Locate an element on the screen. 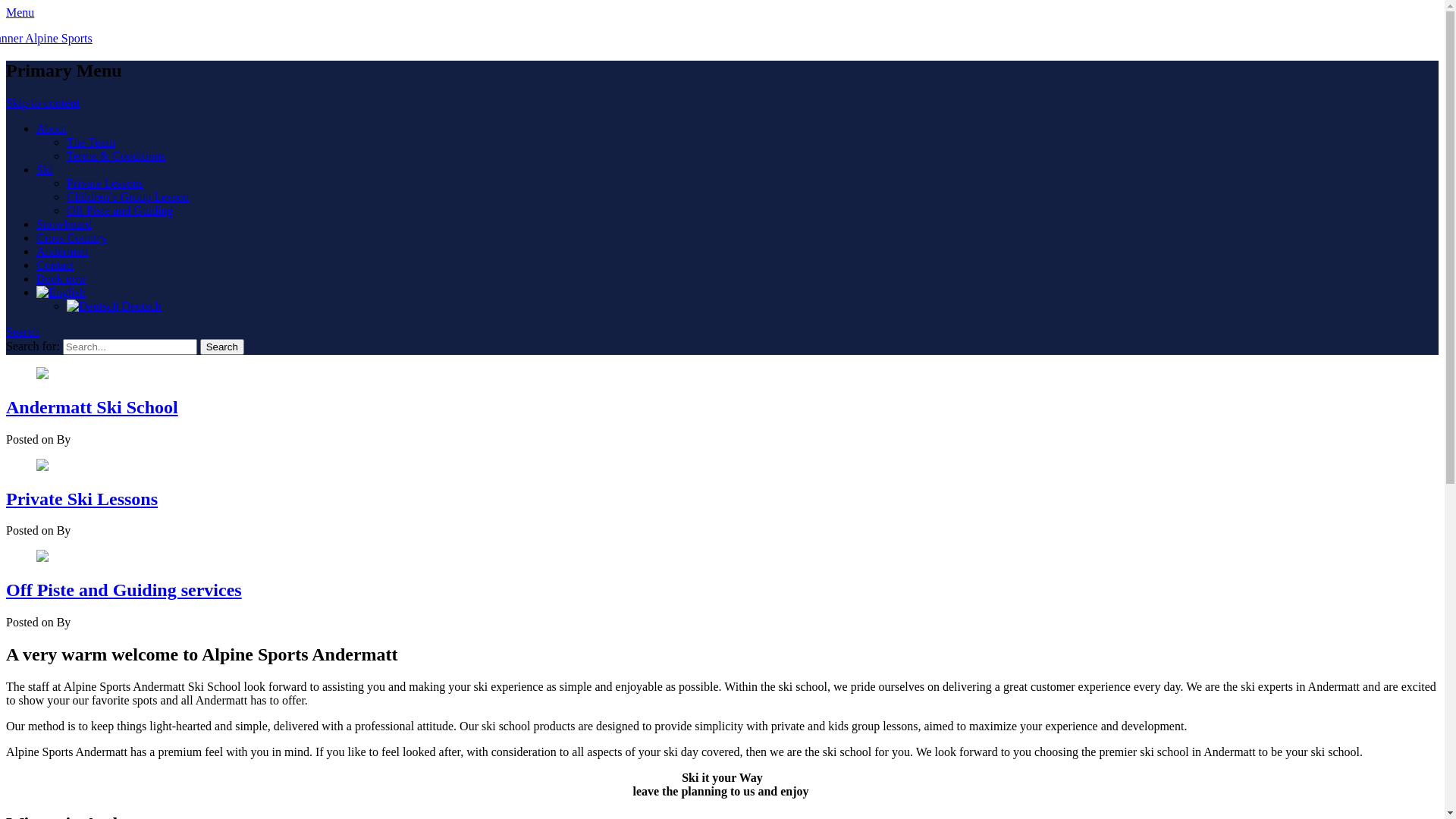  'Permalink to: Off Piste and Guiding services' is located at coordinates (36, 557).